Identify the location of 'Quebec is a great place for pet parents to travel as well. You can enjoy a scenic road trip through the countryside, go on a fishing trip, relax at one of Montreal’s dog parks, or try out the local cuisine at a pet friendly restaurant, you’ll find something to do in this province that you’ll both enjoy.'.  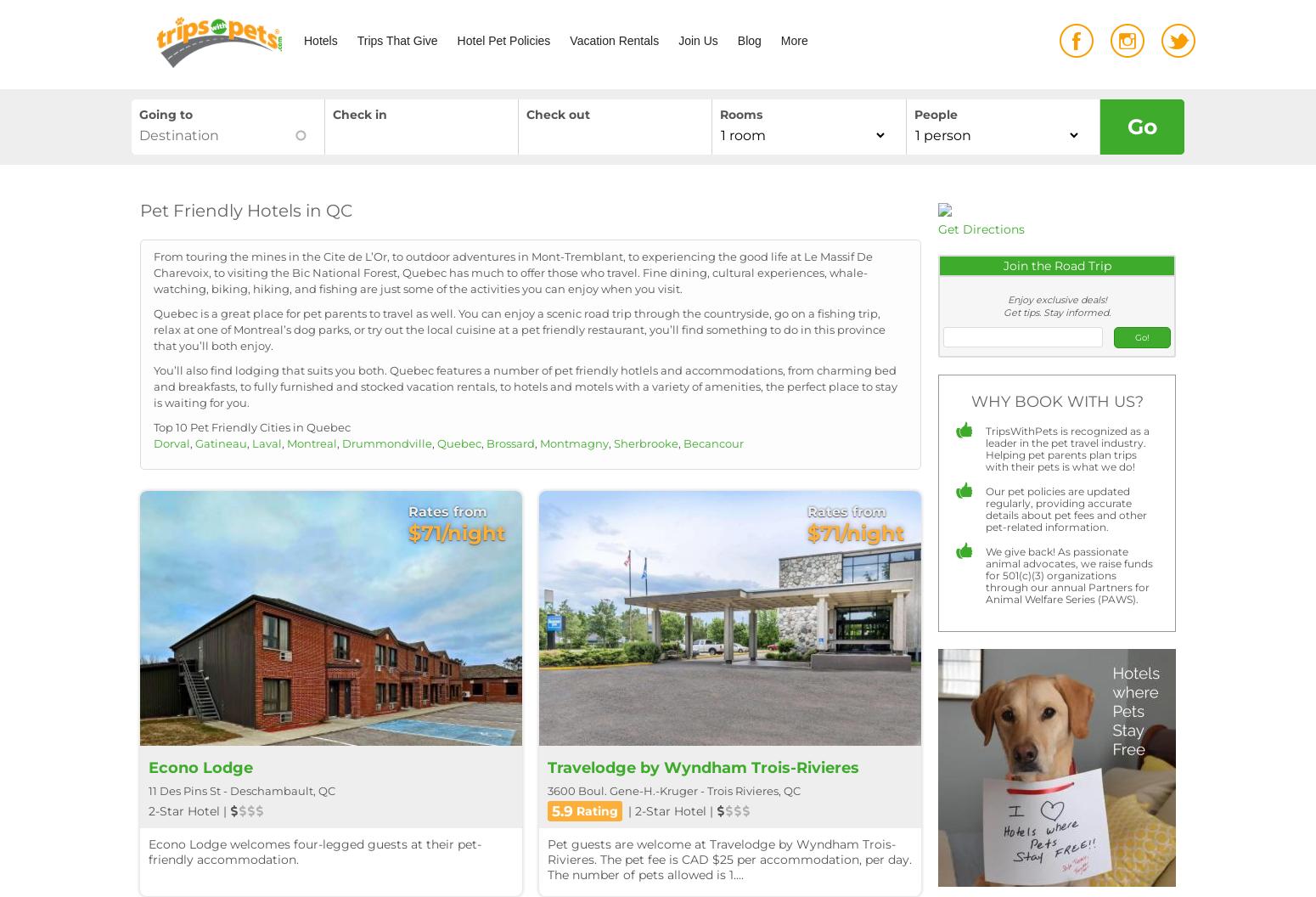
(519, 328).